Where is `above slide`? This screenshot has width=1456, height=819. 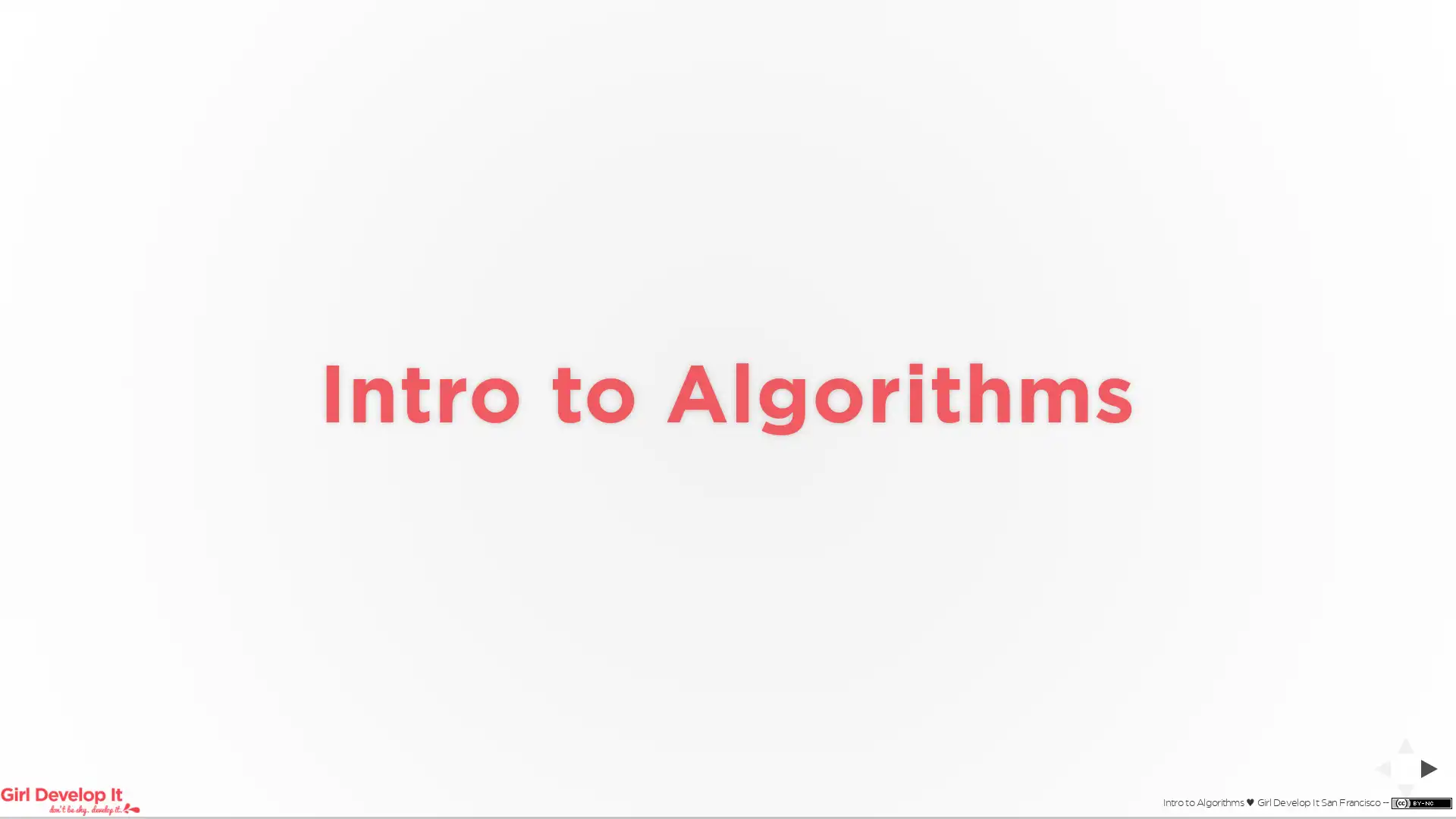 above slide is located at coordinates (1404, 739).